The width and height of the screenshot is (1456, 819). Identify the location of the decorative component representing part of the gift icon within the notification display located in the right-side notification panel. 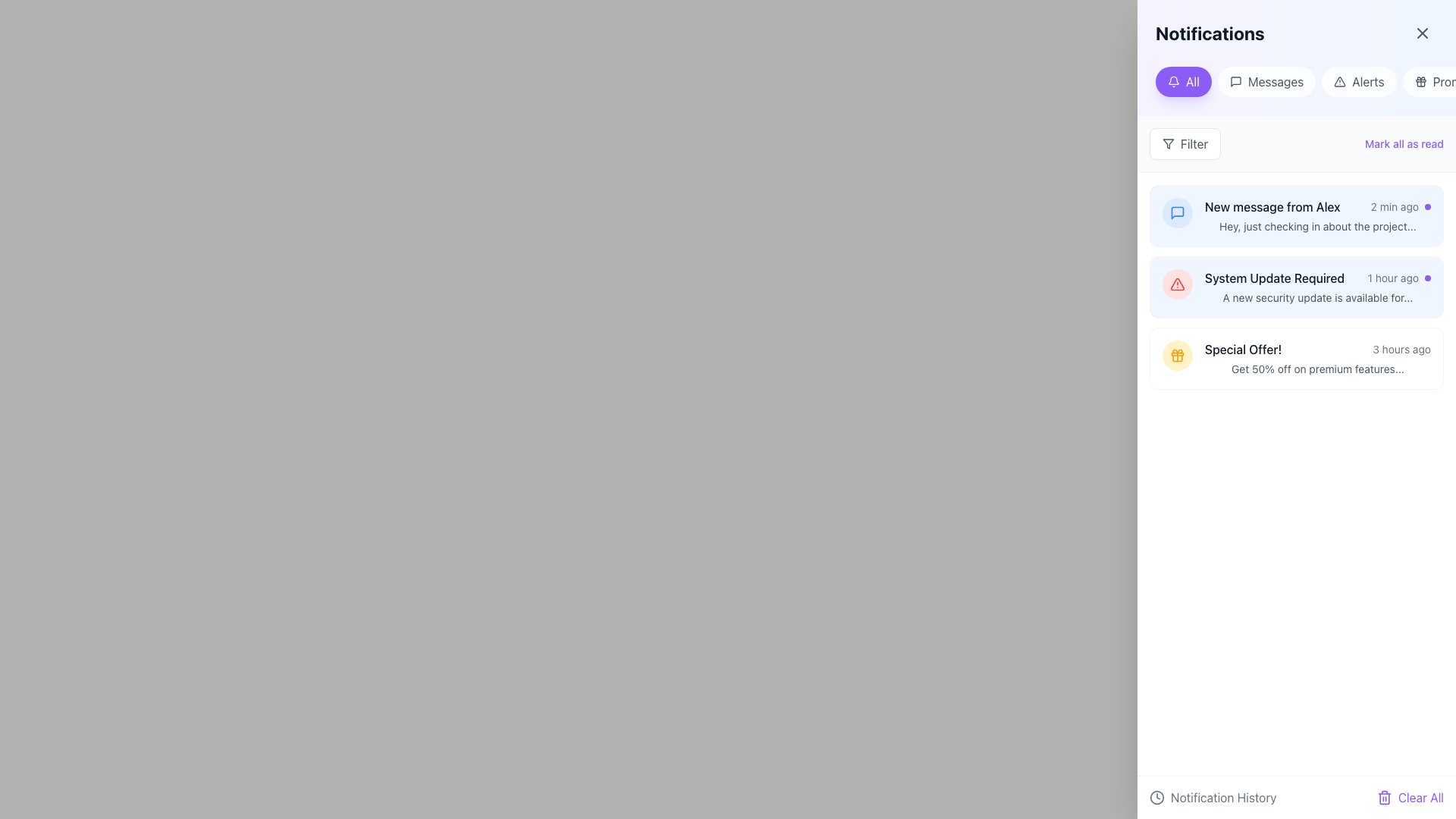
(1177, 353).